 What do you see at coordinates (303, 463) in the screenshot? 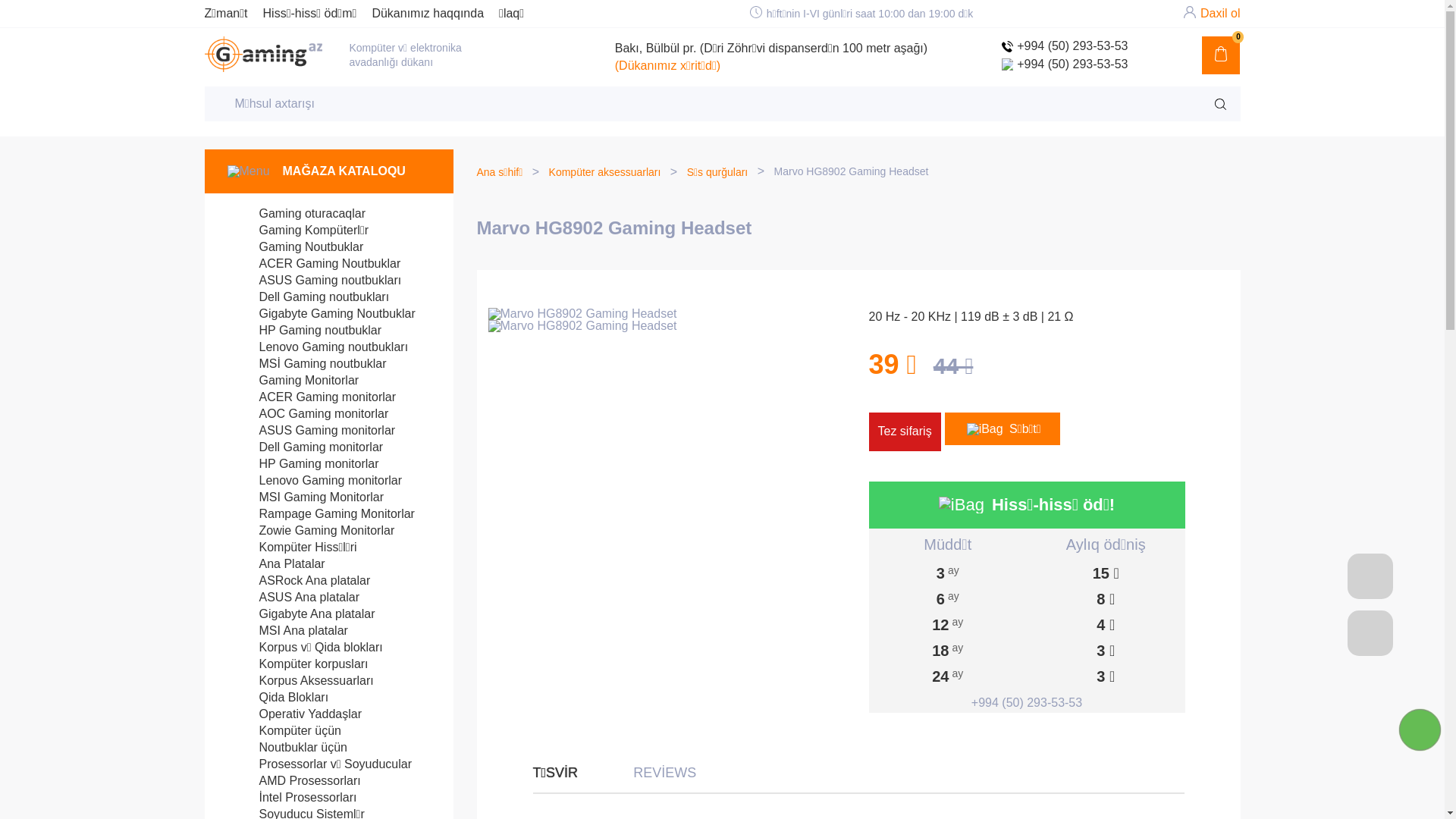
I see `'HP Gaming monitorlar'` at bounding box center [303, 463].